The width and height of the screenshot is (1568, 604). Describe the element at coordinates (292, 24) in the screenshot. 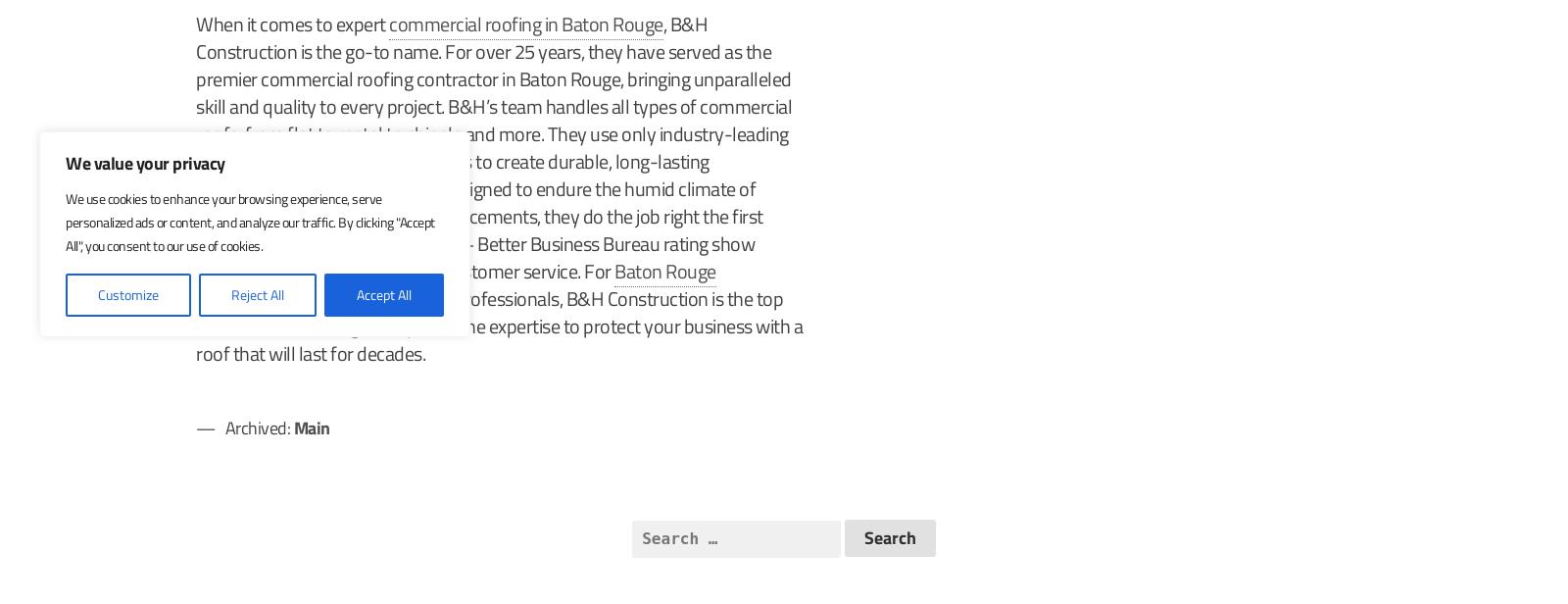

I see `'When it comes to expert'` at that location.